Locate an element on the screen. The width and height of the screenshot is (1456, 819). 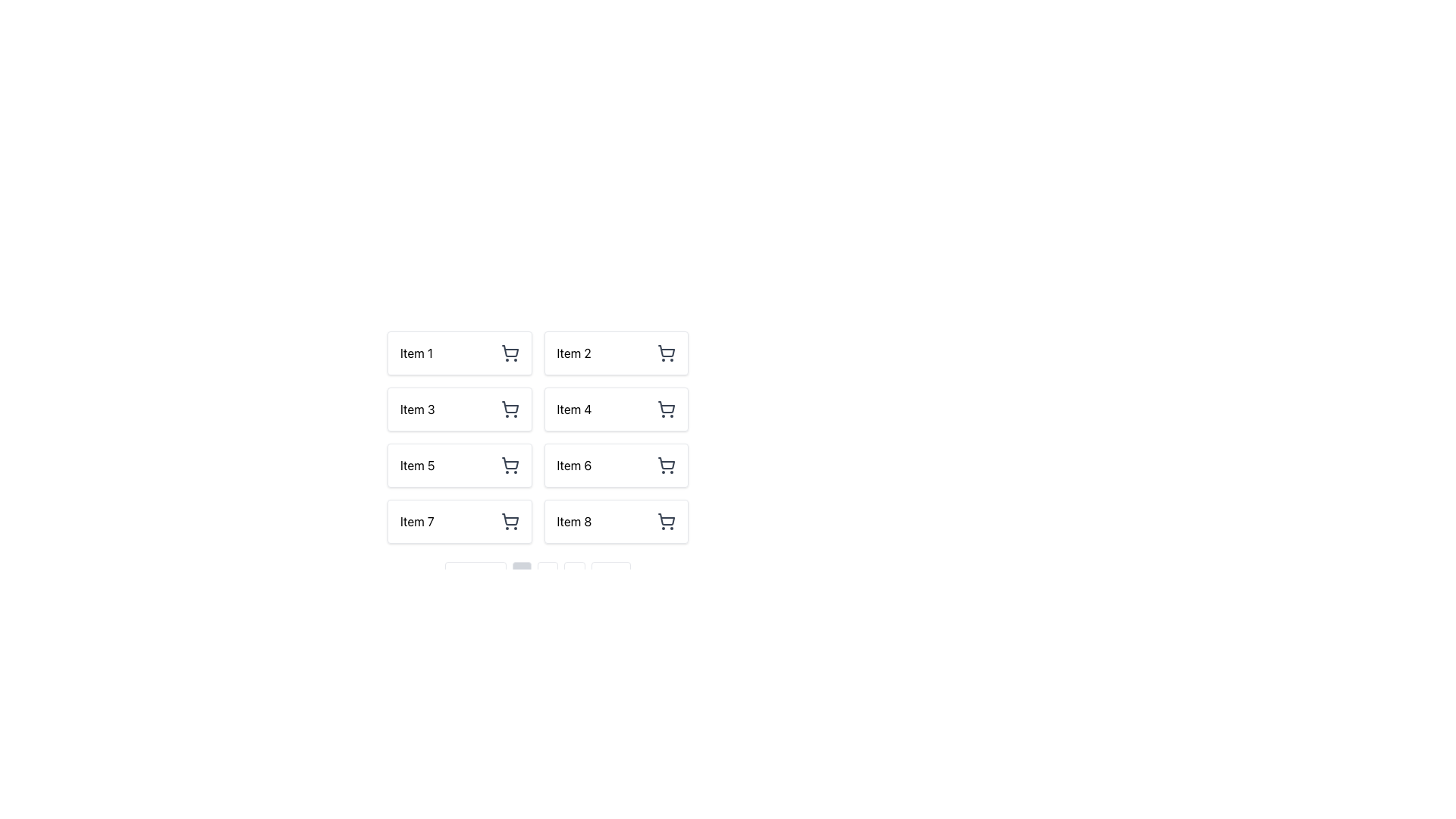
the grid component containing items from its current position is located at coordinates (538, 438).